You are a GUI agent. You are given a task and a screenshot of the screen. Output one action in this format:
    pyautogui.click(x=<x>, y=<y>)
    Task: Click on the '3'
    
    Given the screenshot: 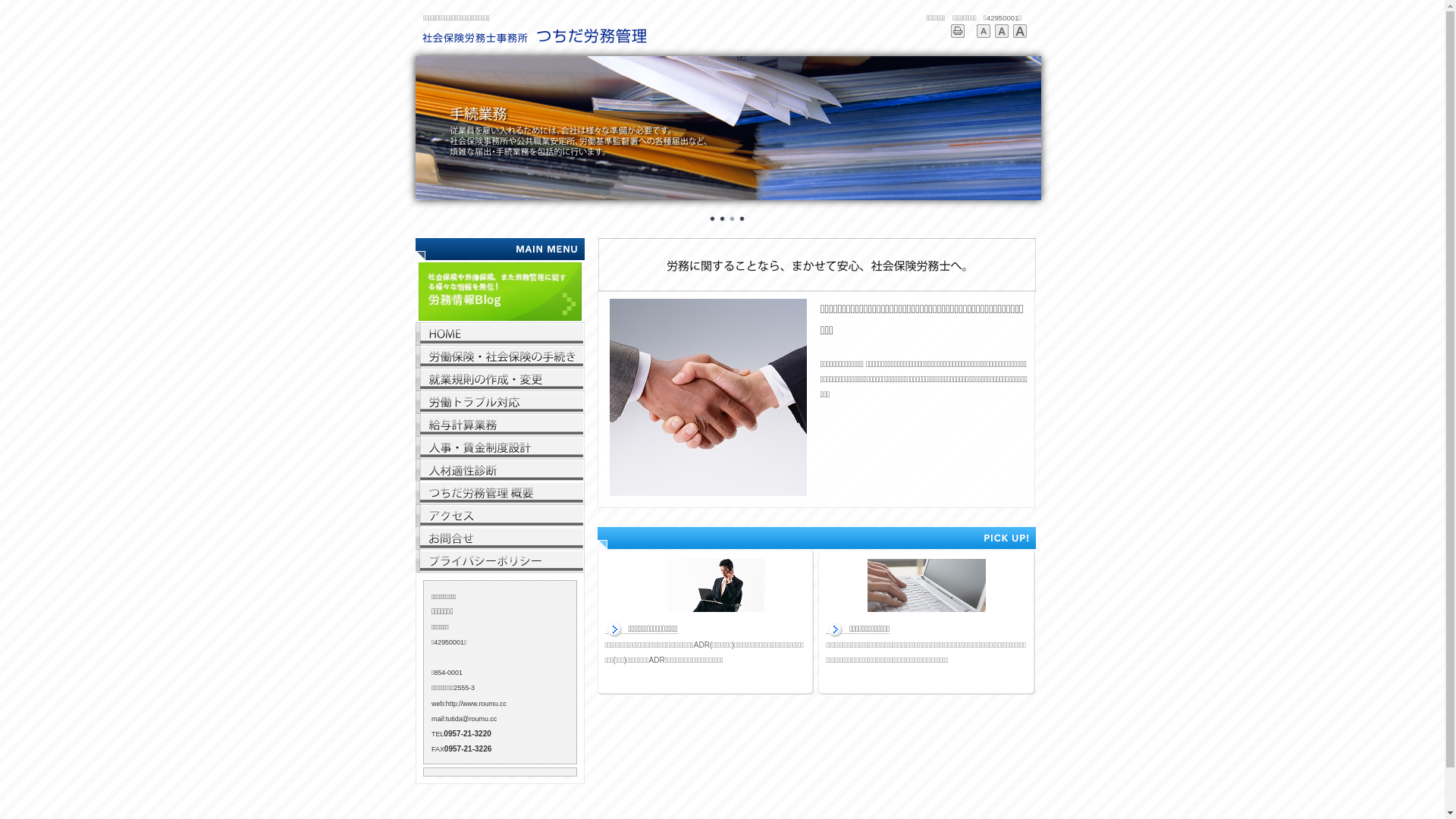 What is the action you would take?
    pyautogui.click(x=731, y=219)
    